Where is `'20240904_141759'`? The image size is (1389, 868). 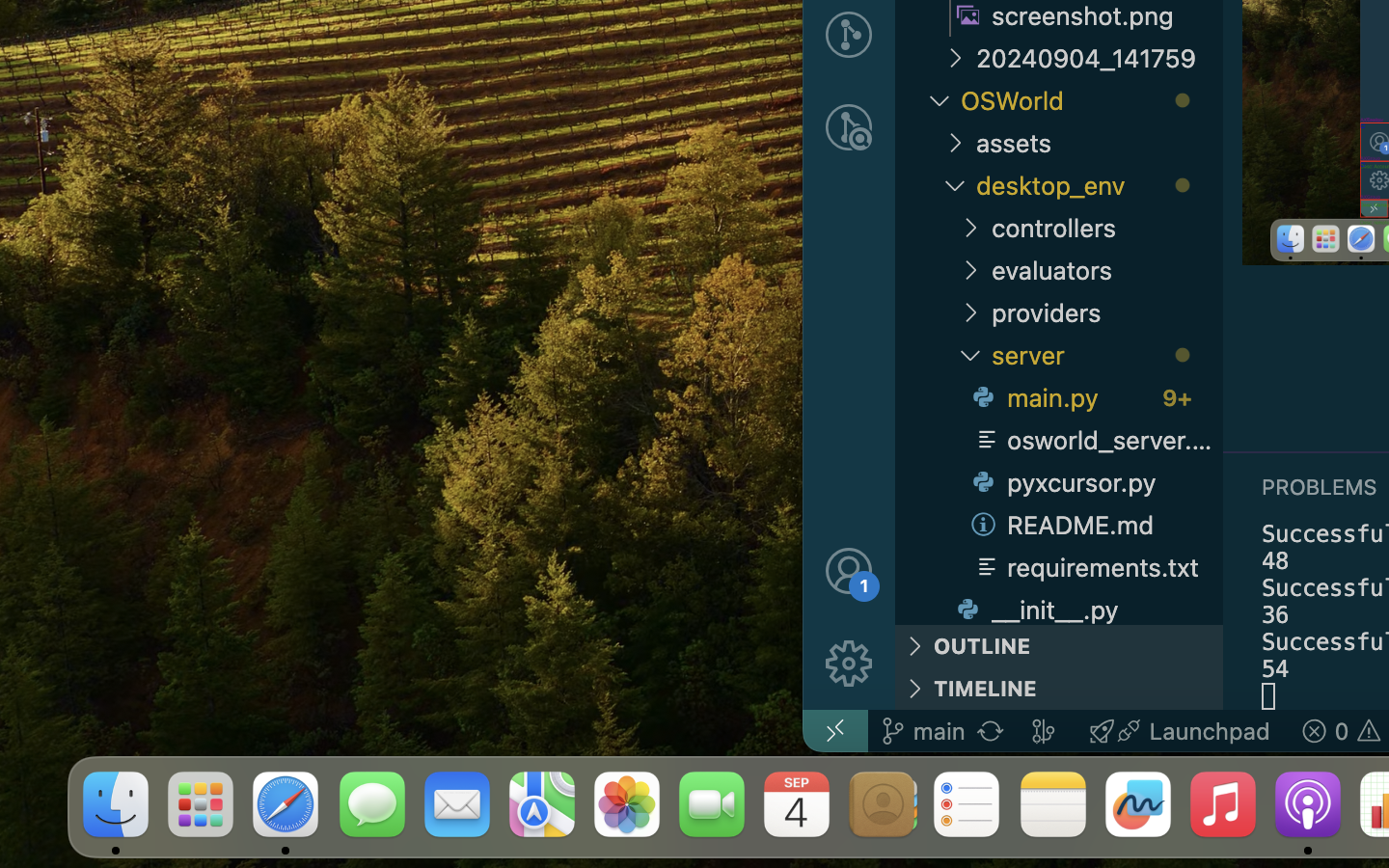
'20240904_141759' is located at coordinates (1099, 57).